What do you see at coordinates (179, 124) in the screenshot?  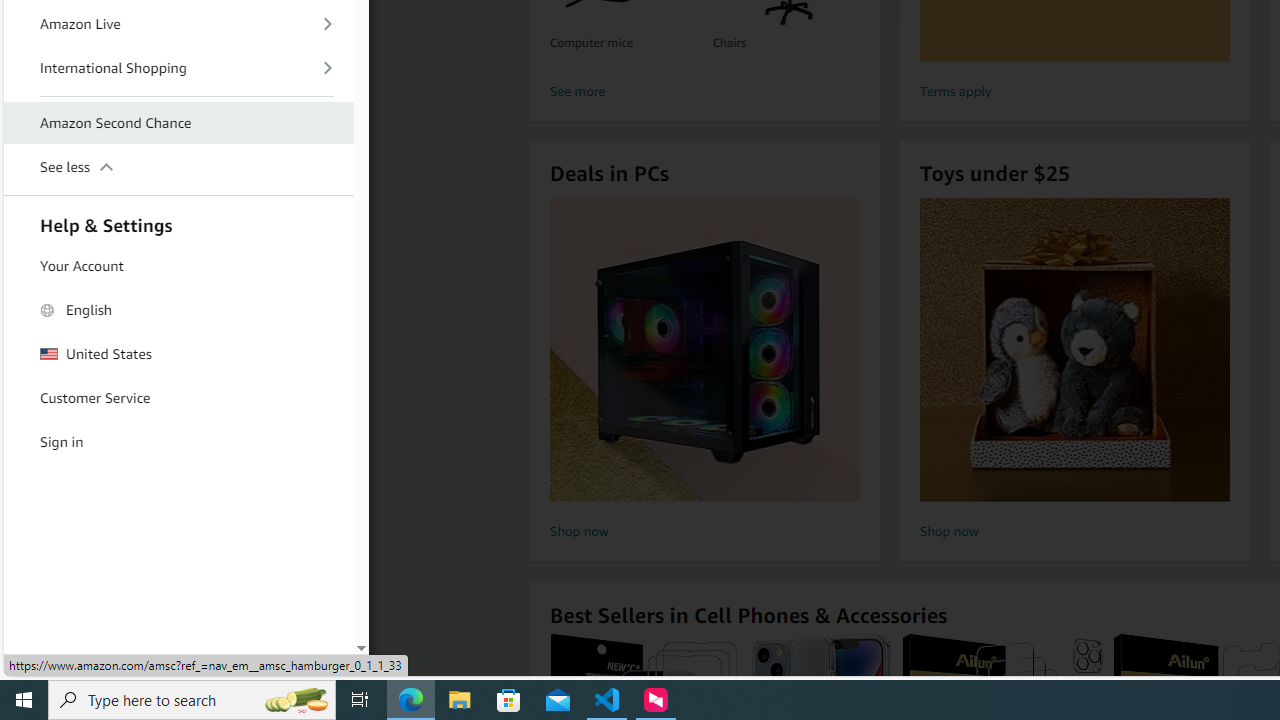 I see `'Amazon Second Chance'` at bounding box center [179, 124].